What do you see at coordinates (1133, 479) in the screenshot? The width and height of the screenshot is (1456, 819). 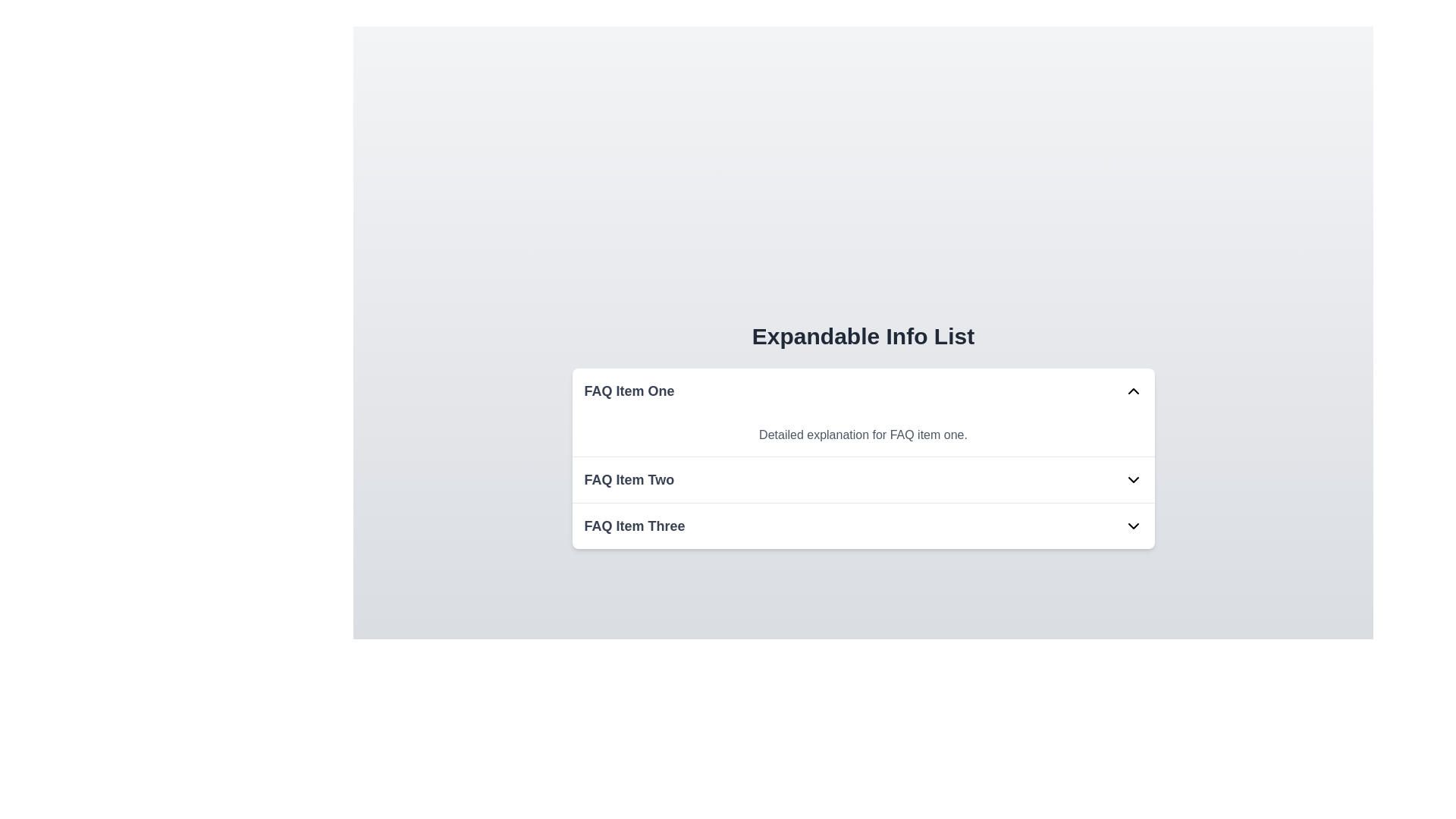 I see `the Dropdown toggle icon located to the far right of the 'FAQ Item Two' section` at bounding box center [1133, 479].